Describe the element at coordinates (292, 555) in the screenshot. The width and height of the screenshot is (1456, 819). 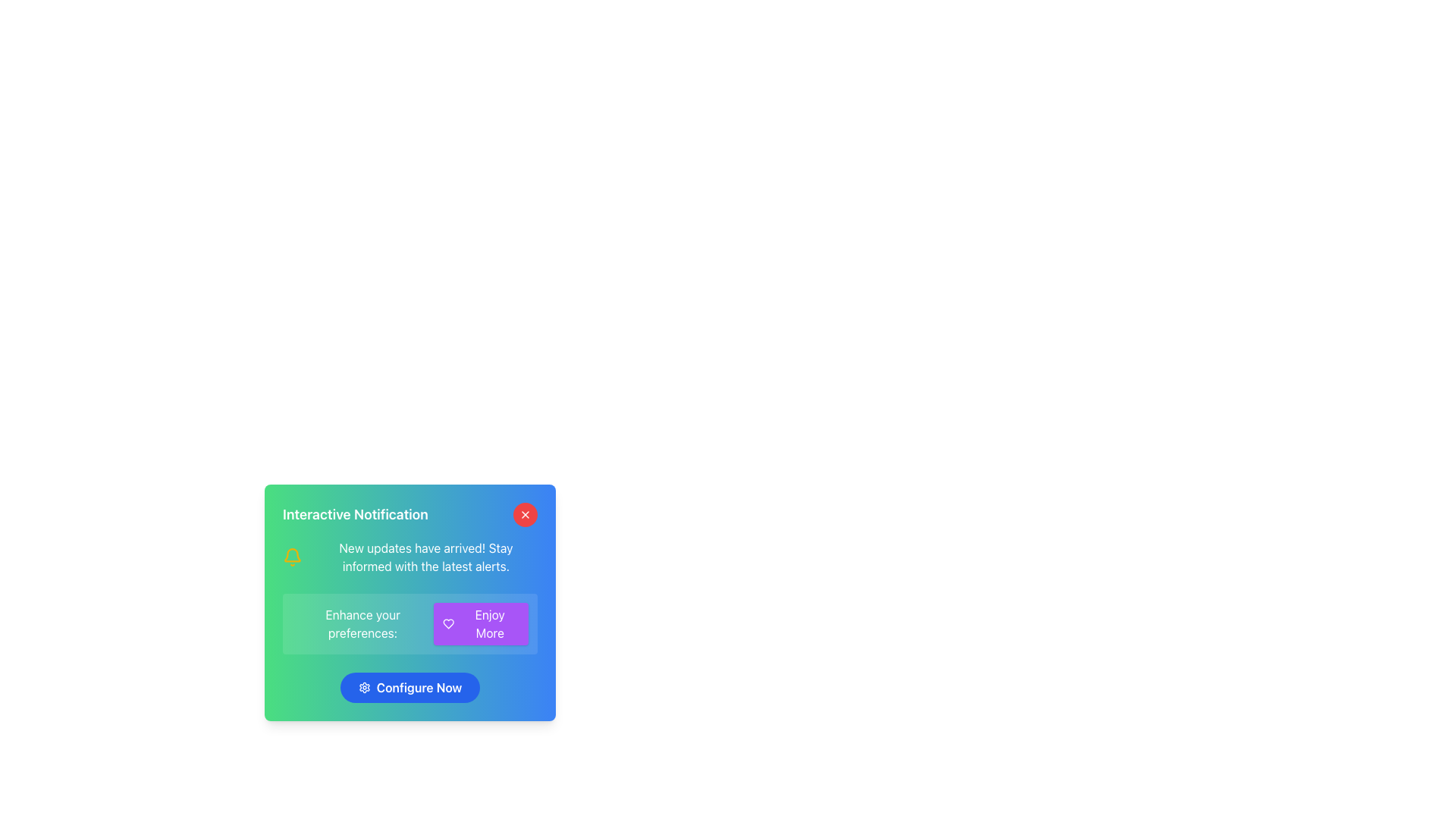
I see `the notification bell icon located at the top left corner of the notification card, which serves as a visual indicator for alerts` at that location.